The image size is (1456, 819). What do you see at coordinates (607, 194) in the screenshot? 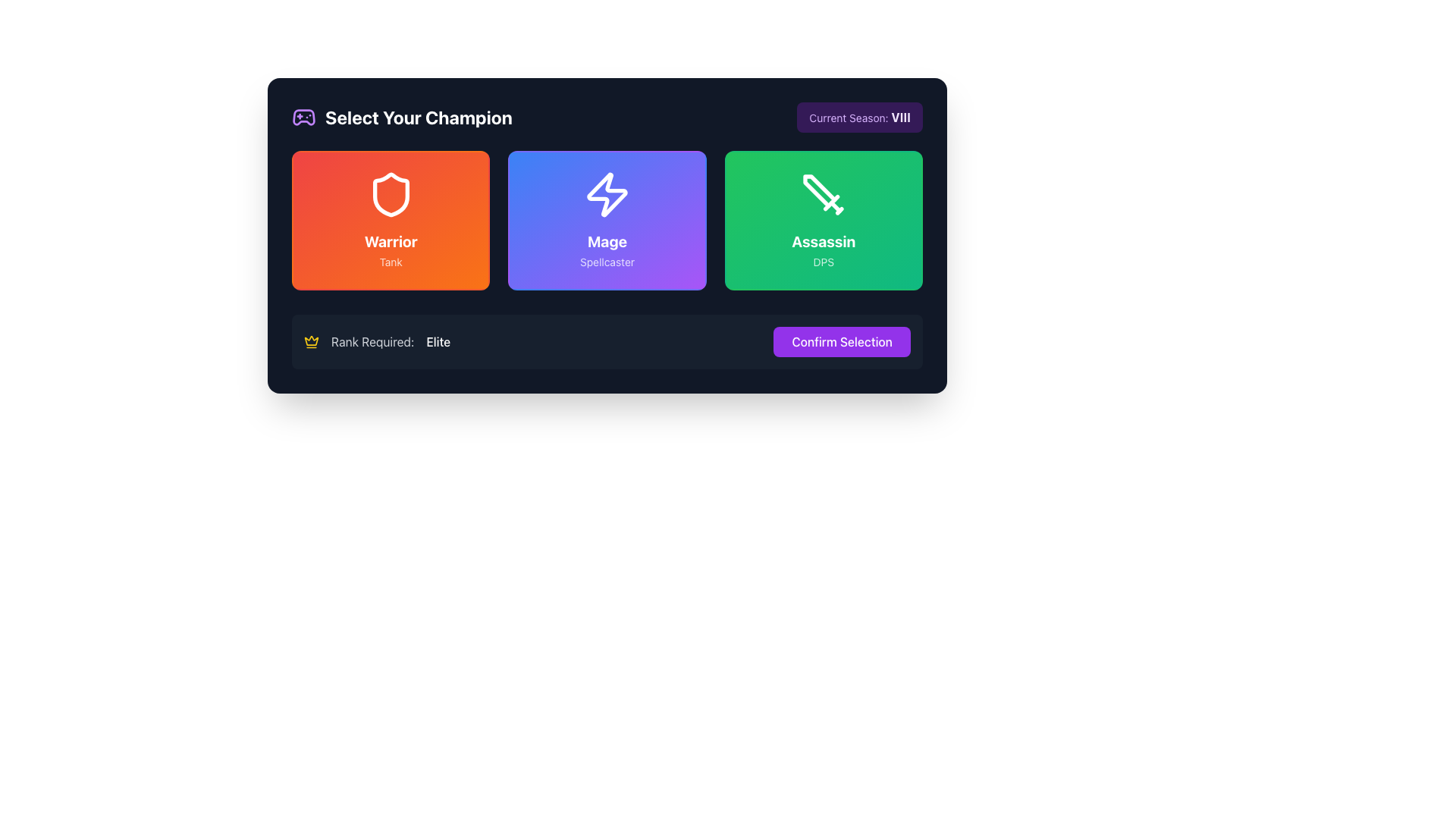
I see `the lightning bolt icon representing the 'Mage' class selection` at bounding box center [607, 194].